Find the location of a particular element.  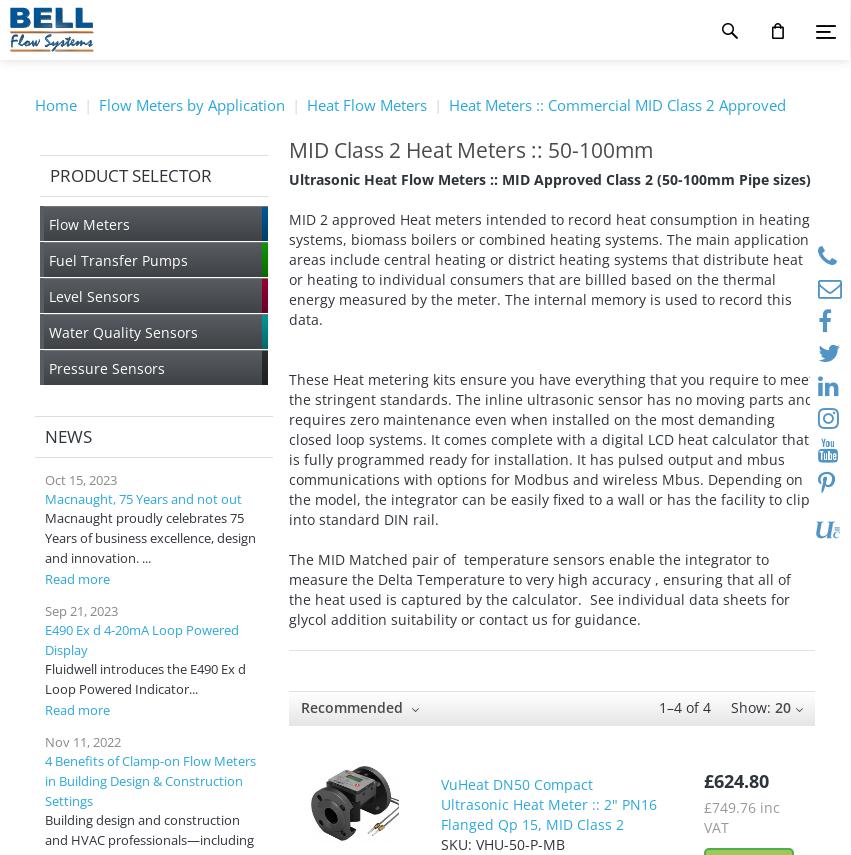

'Home' is located at coordinates (55, 103).